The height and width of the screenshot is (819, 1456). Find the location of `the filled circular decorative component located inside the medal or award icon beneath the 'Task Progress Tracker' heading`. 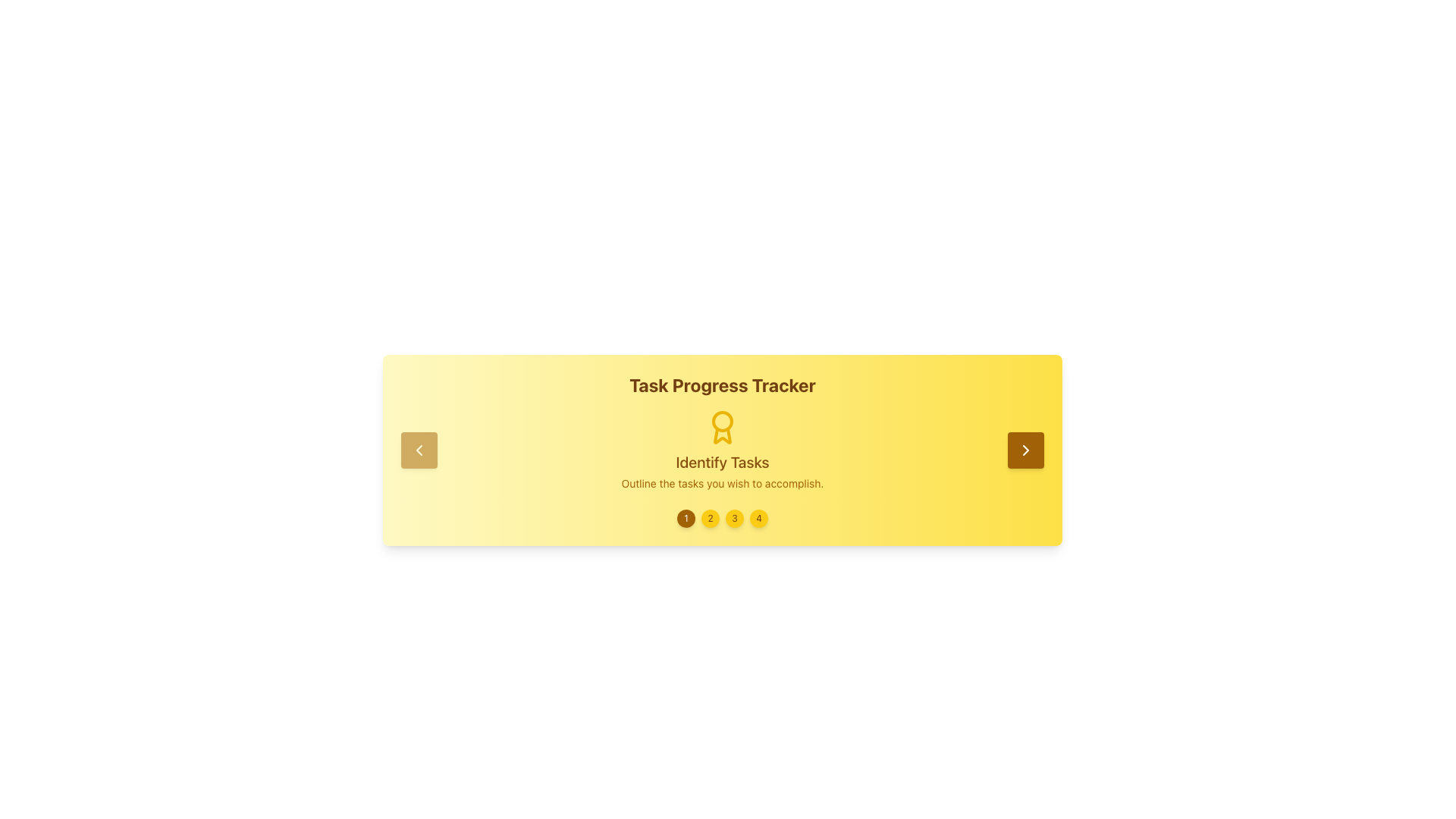

the filled circular decorative component located inside the medal or award icon beneath the 'Task Progress Tracker' heading is located at coordinates (722, 421).